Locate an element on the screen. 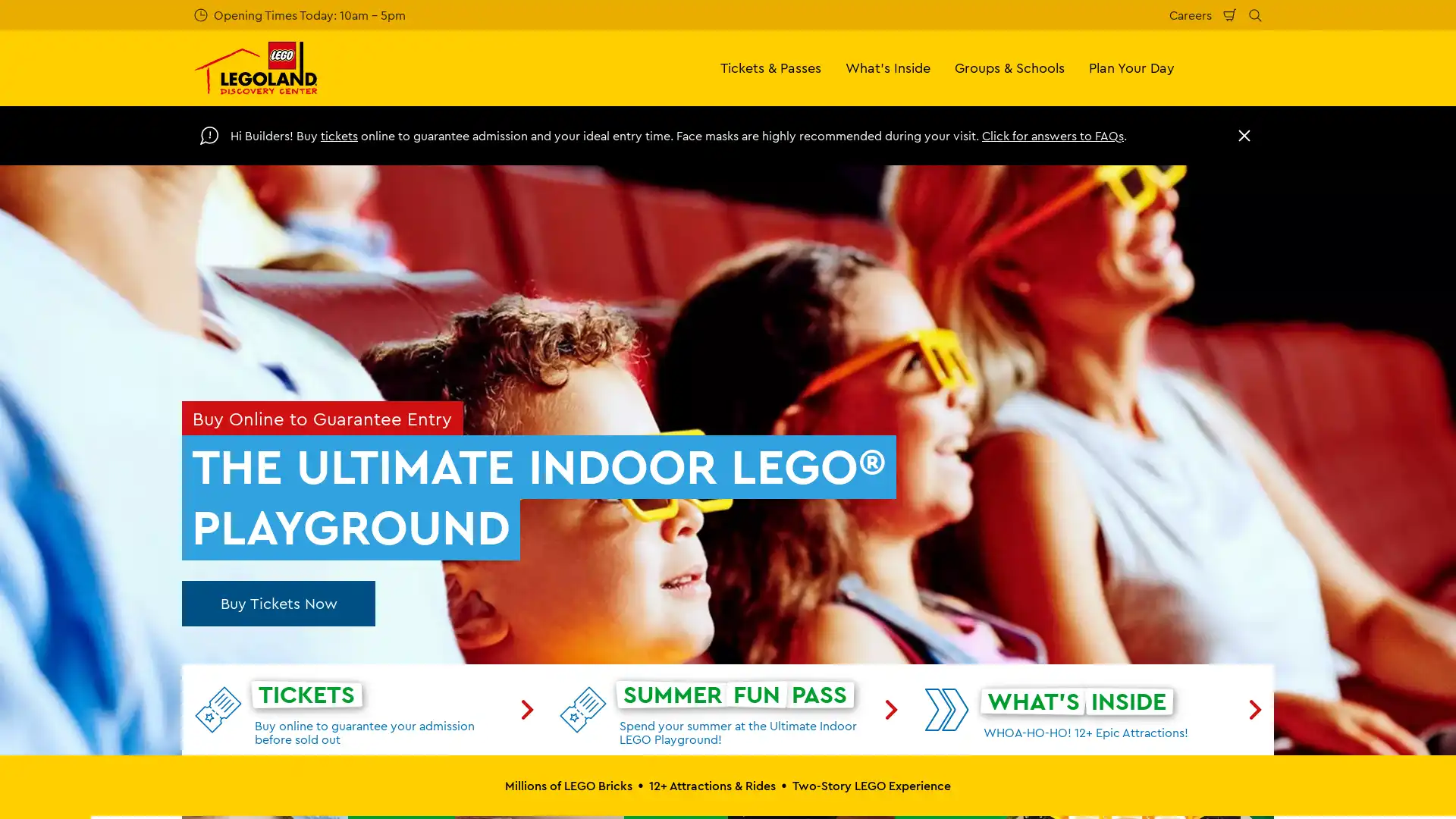 The width and height of the screenshot is (1456, 819). Tickets & Passes is located at coordinates (770, 67).